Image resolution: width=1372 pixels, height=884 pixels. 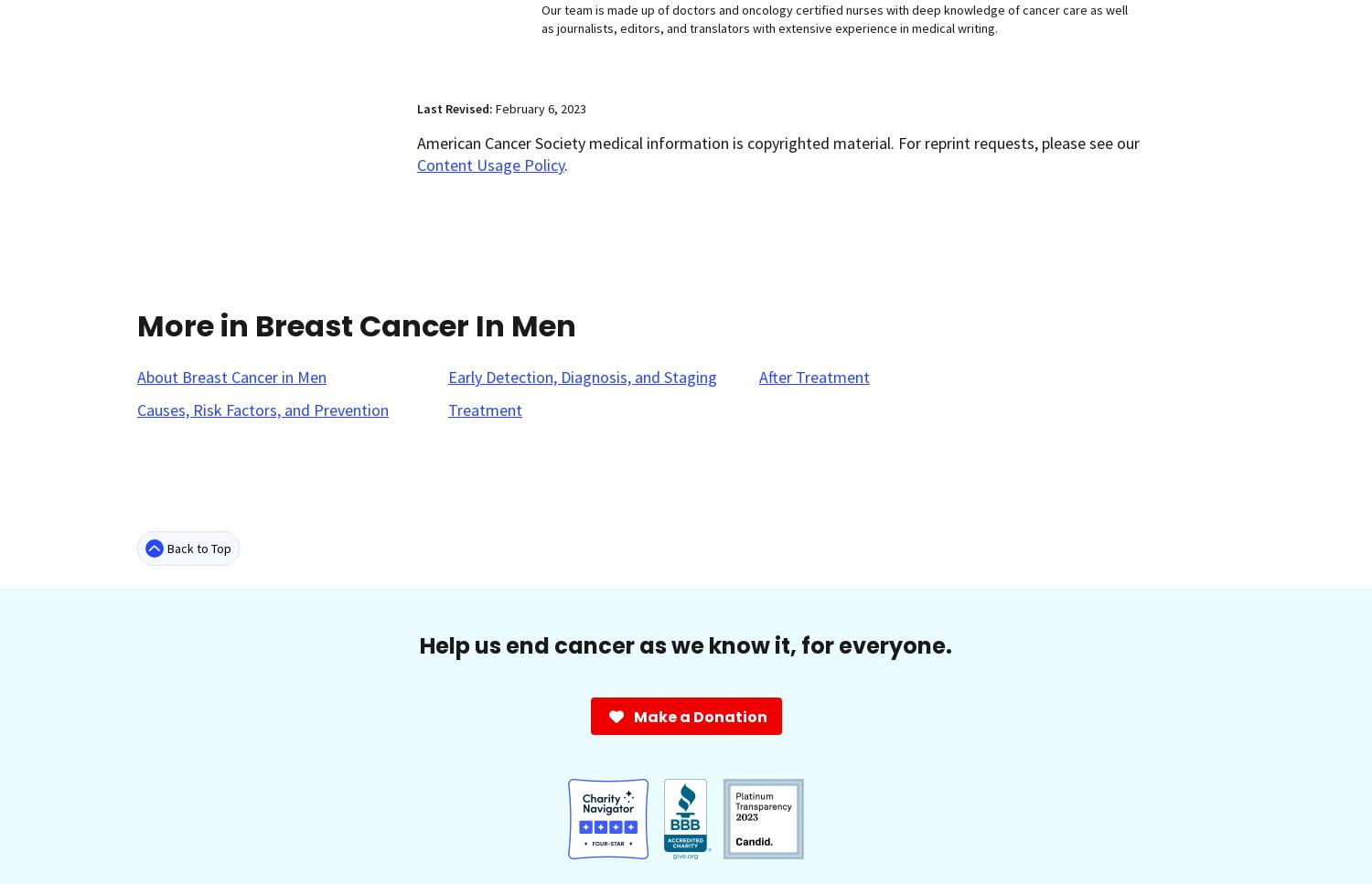 I want to click on 'Back to Top', so click(x=167, y=549).